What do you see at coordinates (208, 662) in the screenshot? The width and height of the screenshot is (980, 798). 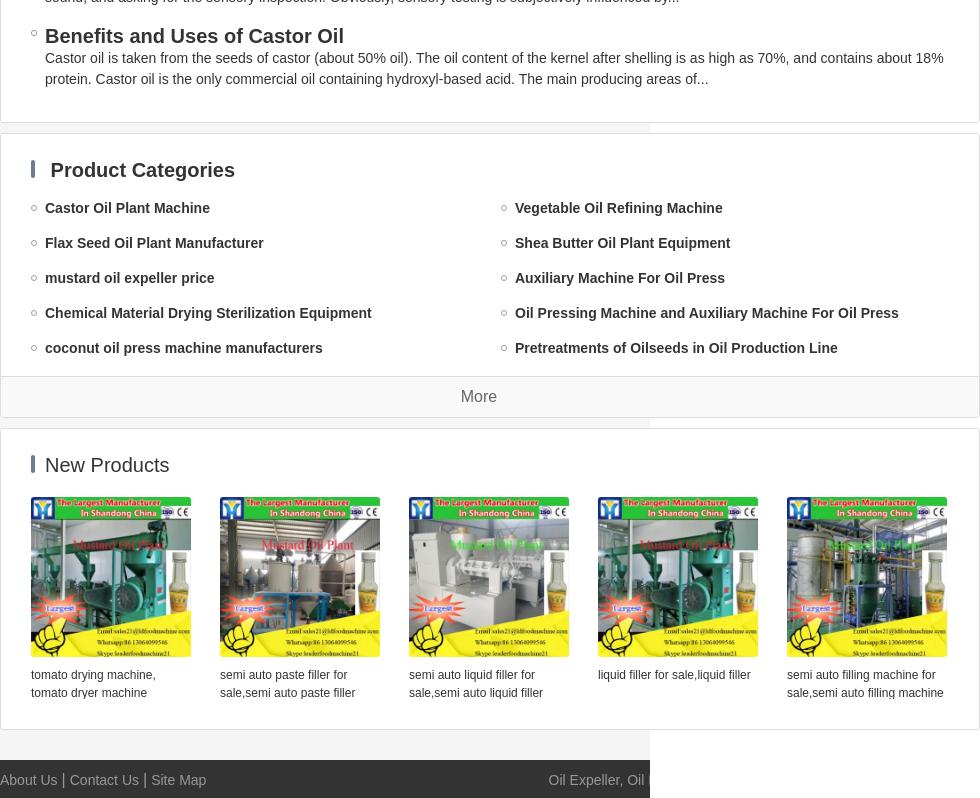 I see `'Corn Germ Oil Pressing Machine for Corn Oil Mill'` at bounding box center [208, 662].